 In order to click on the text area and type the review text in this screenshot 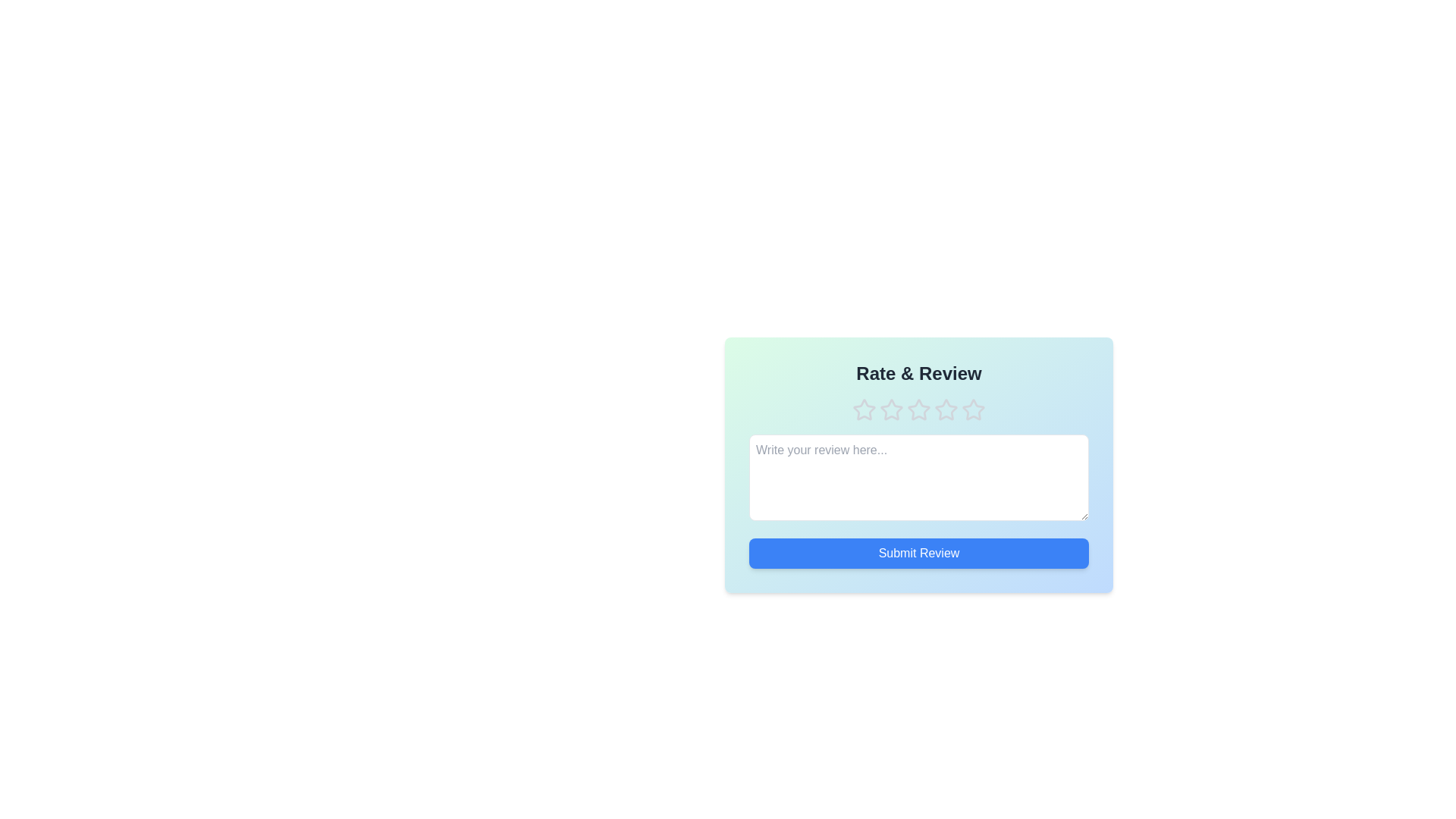, I will do `click(918, 476)`.